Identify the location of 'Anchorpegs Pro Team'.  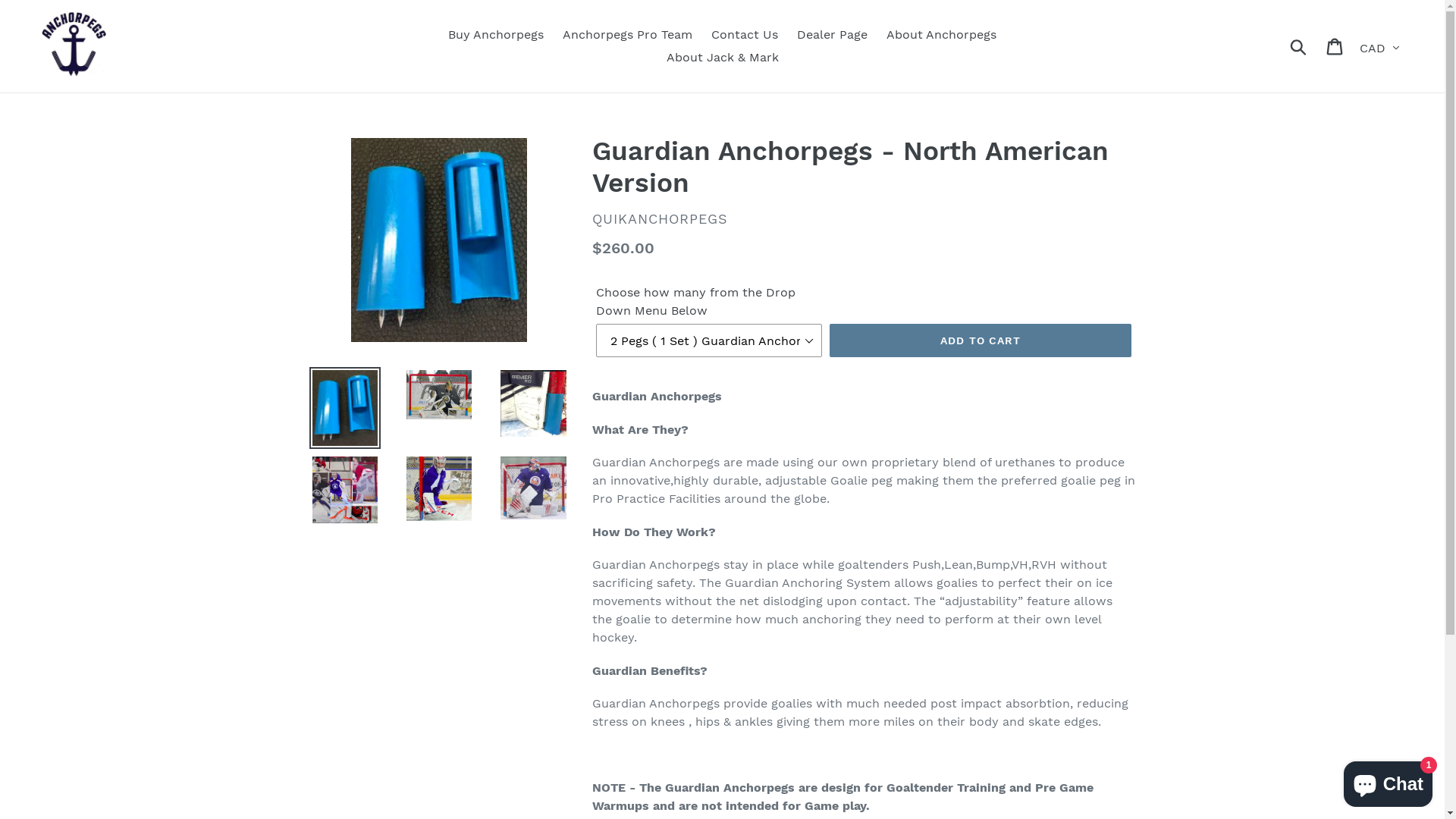
(627, 34).